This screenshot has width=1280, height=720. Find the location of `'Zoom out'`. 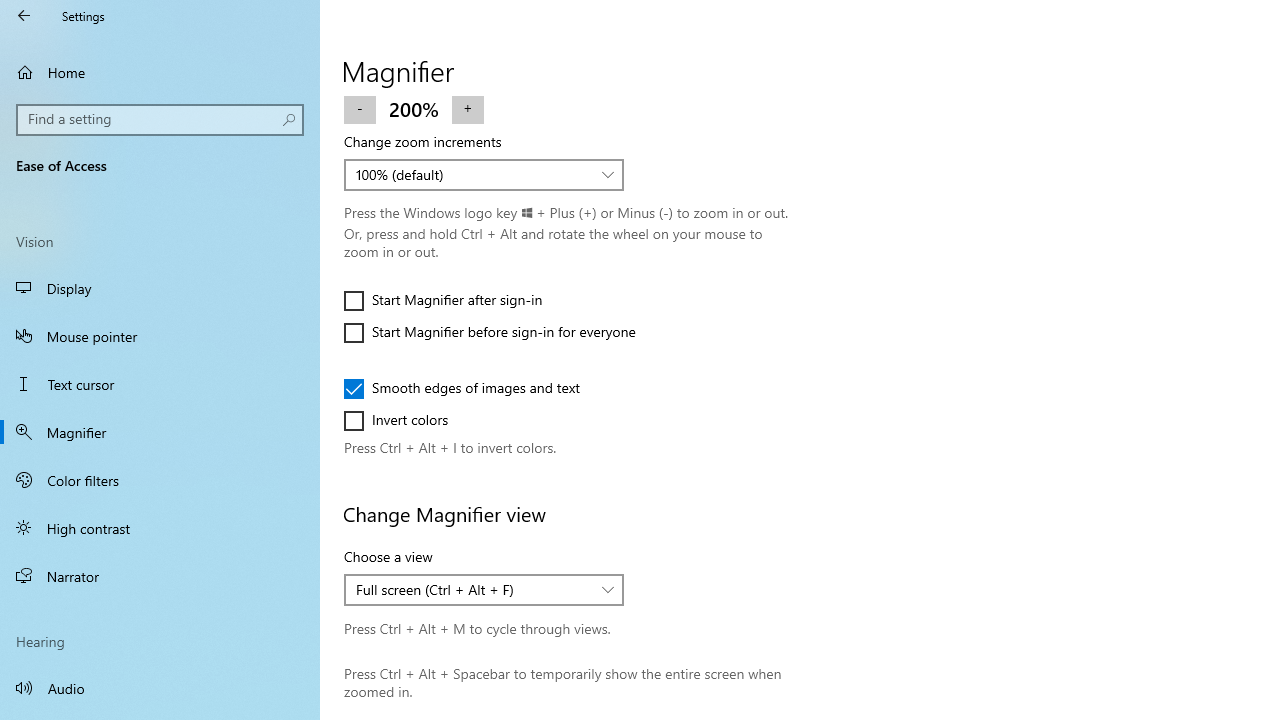

'Zoom out' is located at coordinates (360, 108).